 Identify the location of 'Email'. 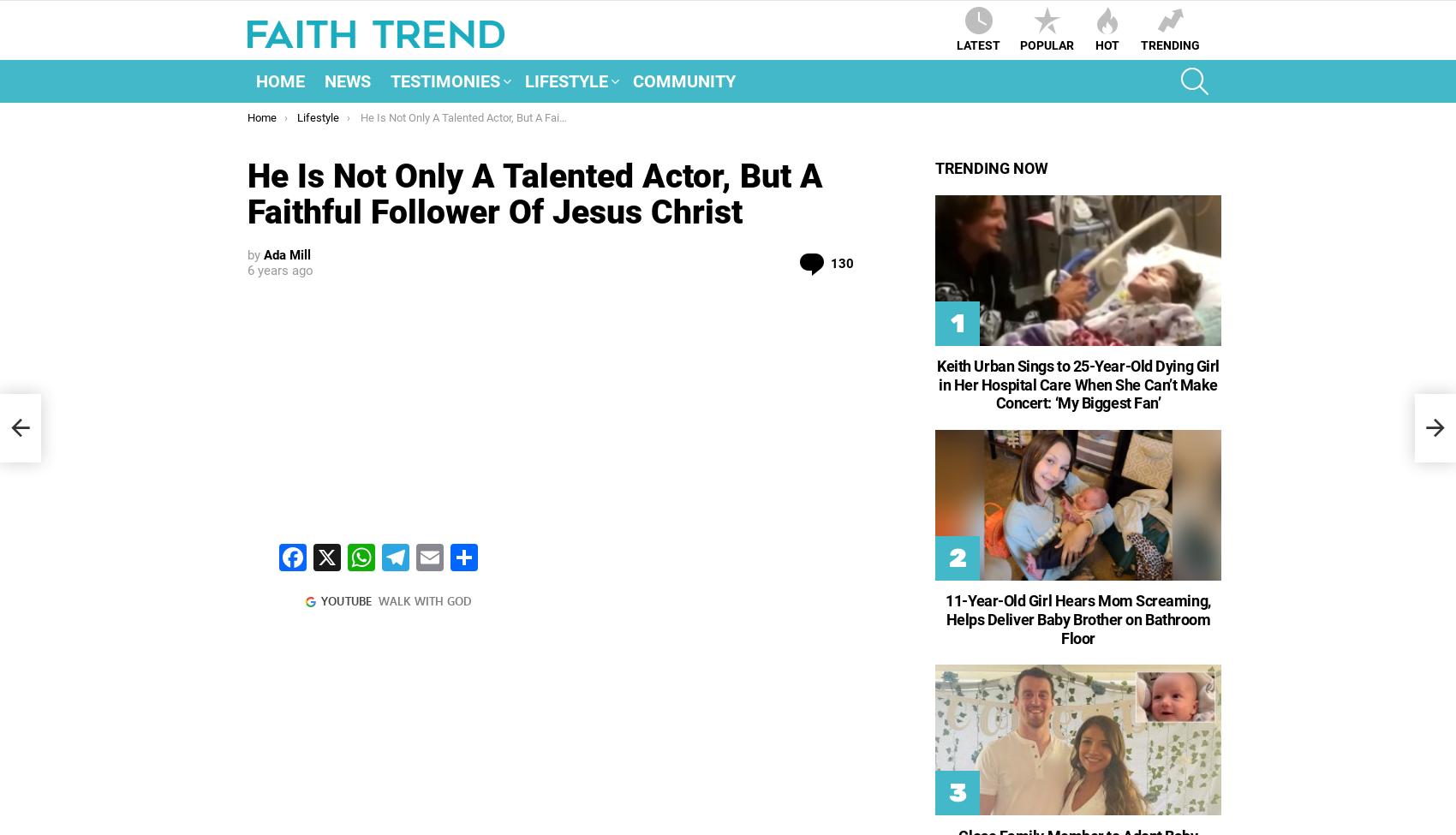
(455, 597).